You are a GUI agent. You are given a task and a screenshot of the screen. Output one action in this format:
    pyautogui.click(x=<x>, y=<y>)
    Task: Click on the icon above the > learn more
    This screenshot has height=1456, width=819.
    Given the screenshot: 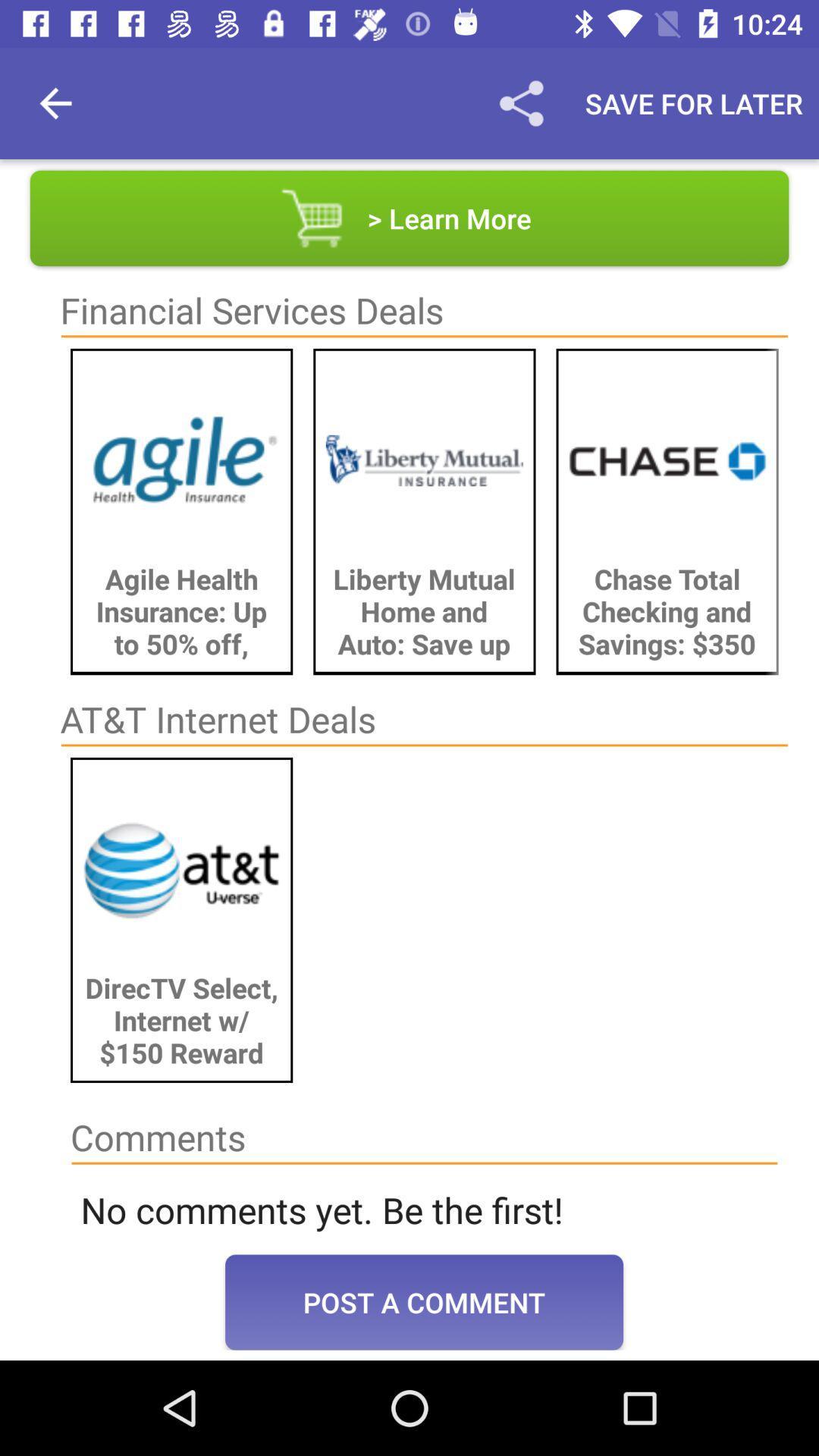 What is the action you would take?
    pyautogui.click(x=694, y=102)
    